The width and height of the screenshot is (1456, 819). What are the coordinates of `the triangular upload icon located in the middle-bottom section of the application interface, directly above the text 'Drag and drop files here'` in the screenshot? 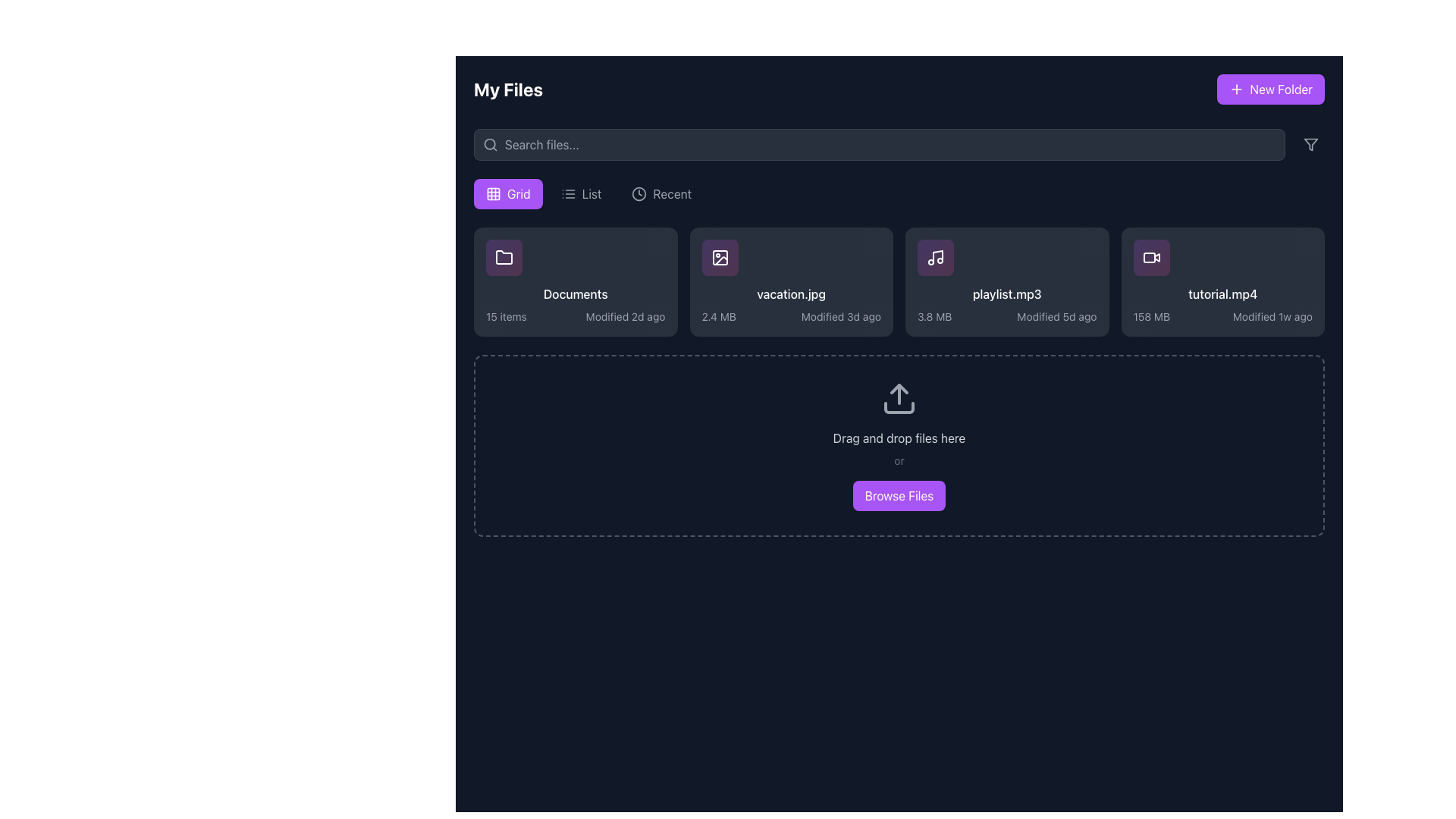 It's located at (899, 388).